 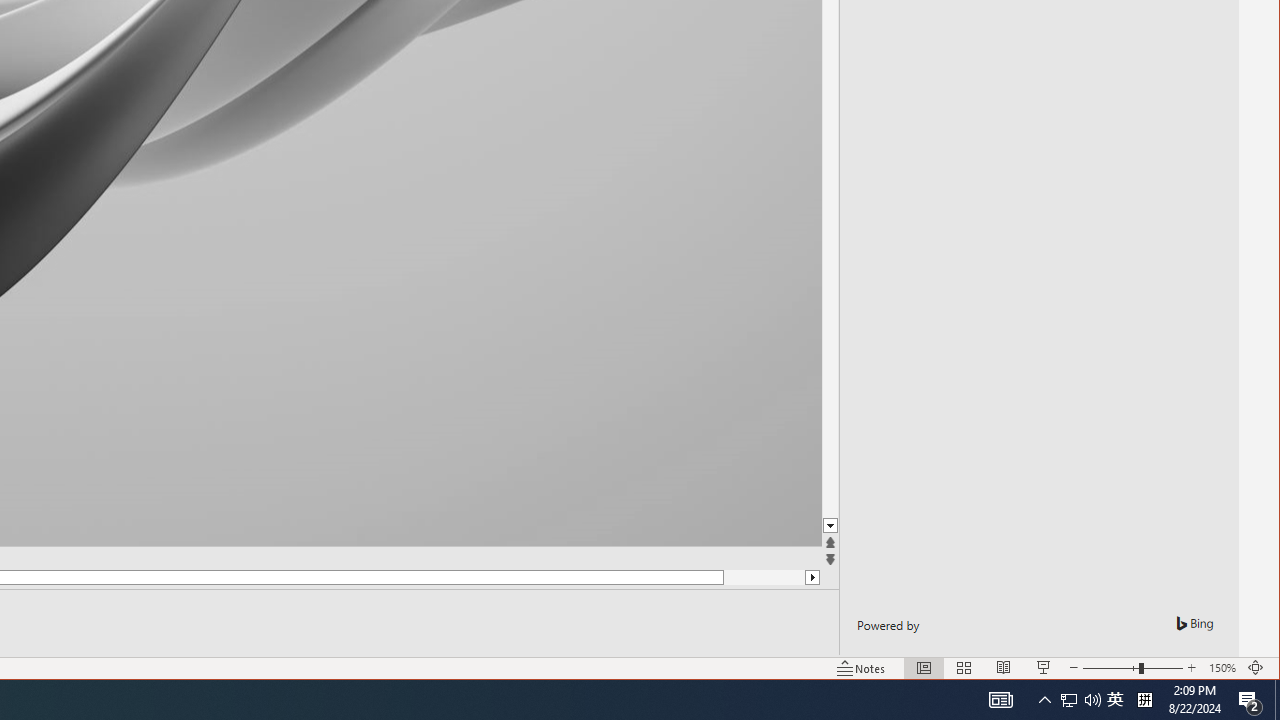 What do you see at coordinates (1092, 698) in the screenshot?
I see `'Q2790: 100%'` at bounding box center [1092, 698].